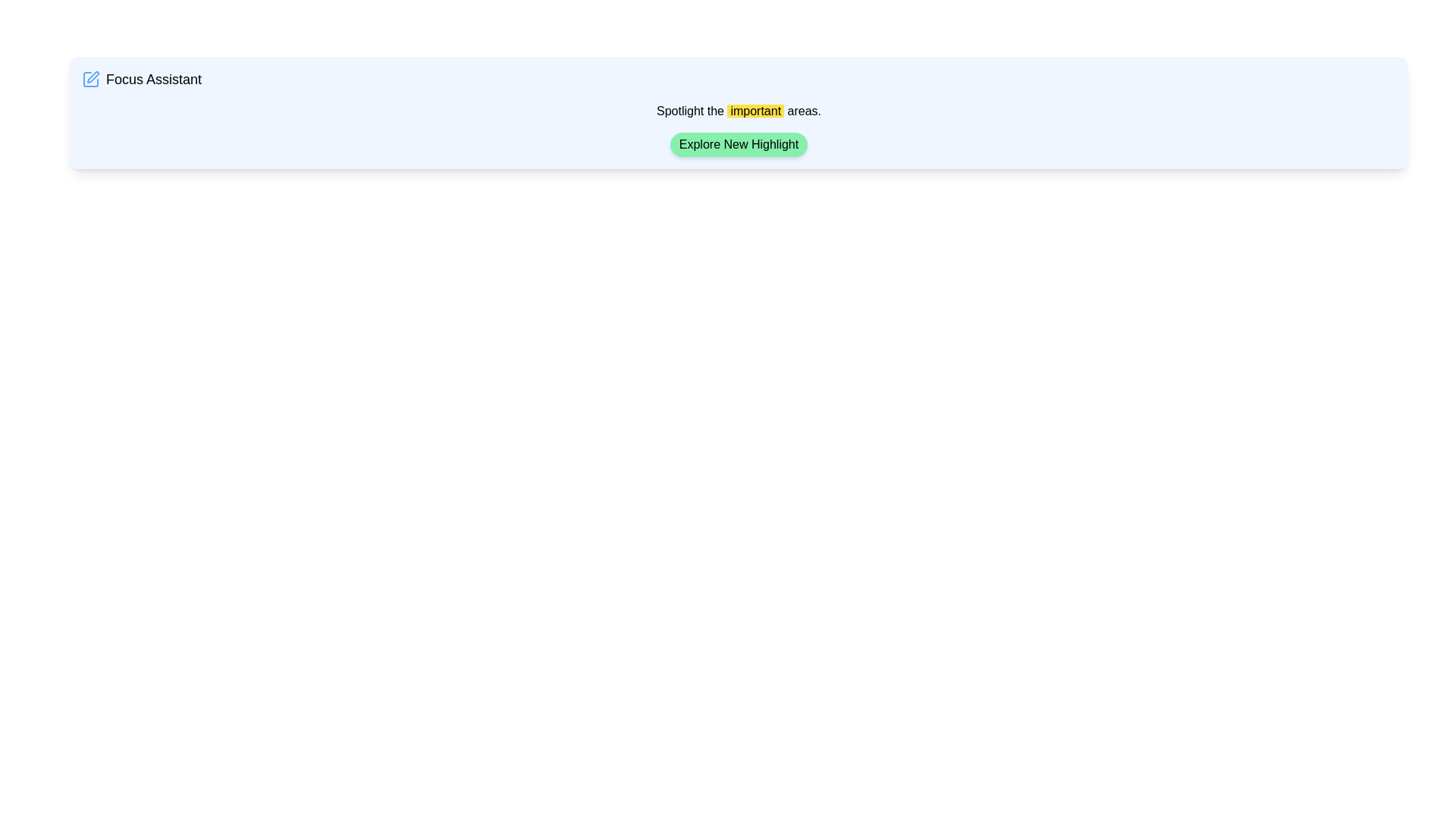 Image resolution: width=1456 pixels, height=819 pixels. Describe the element at coordinates (93, 77) in the screenshot. I see `the vector-based icon located at the top-left section of the interface, preceding the 'Focus Assistant' text` at that location.